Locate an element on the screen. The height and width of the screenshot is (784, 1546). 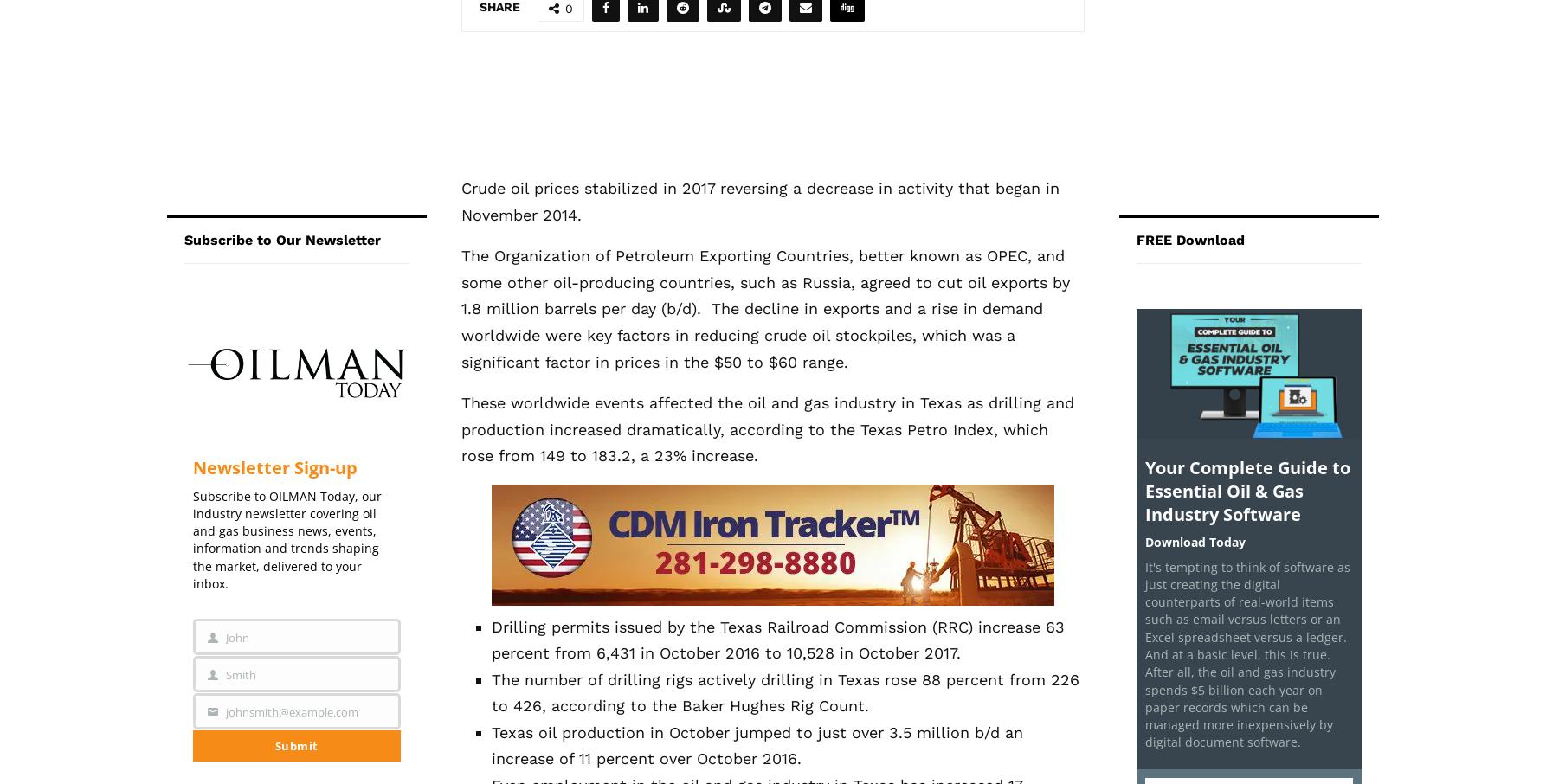
'The number of drilling rigs actively drilling in Texas rose 88 percent from 226 to 426, according to the Baker Hughes Rig Count.' is located at coordinates (784, 691).